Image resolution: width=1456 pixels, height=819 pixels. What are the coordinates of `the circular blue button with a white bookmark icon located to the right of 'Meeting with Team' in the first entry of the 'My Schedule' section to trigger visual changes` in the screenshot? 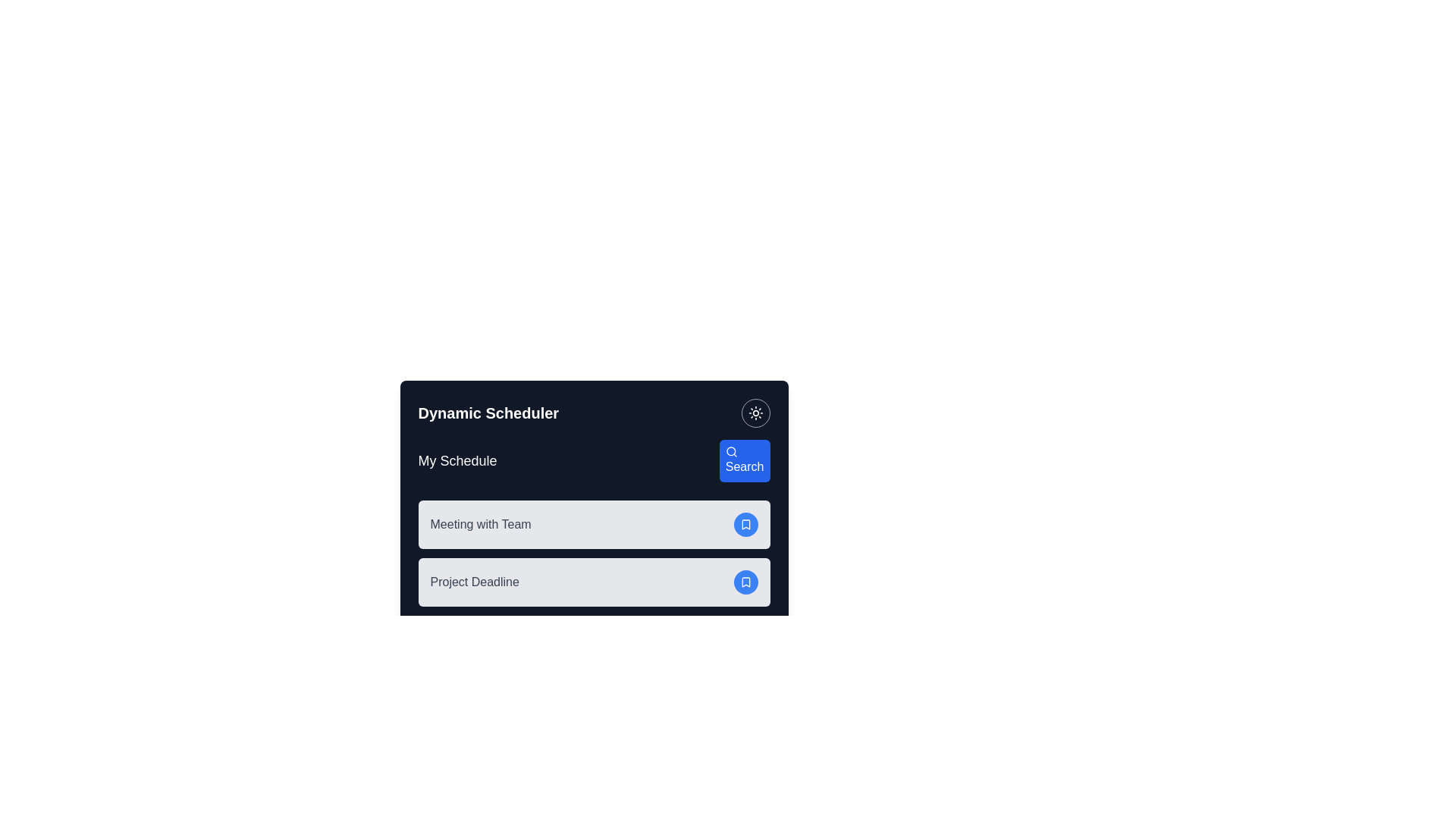 It's located at (745, 523).